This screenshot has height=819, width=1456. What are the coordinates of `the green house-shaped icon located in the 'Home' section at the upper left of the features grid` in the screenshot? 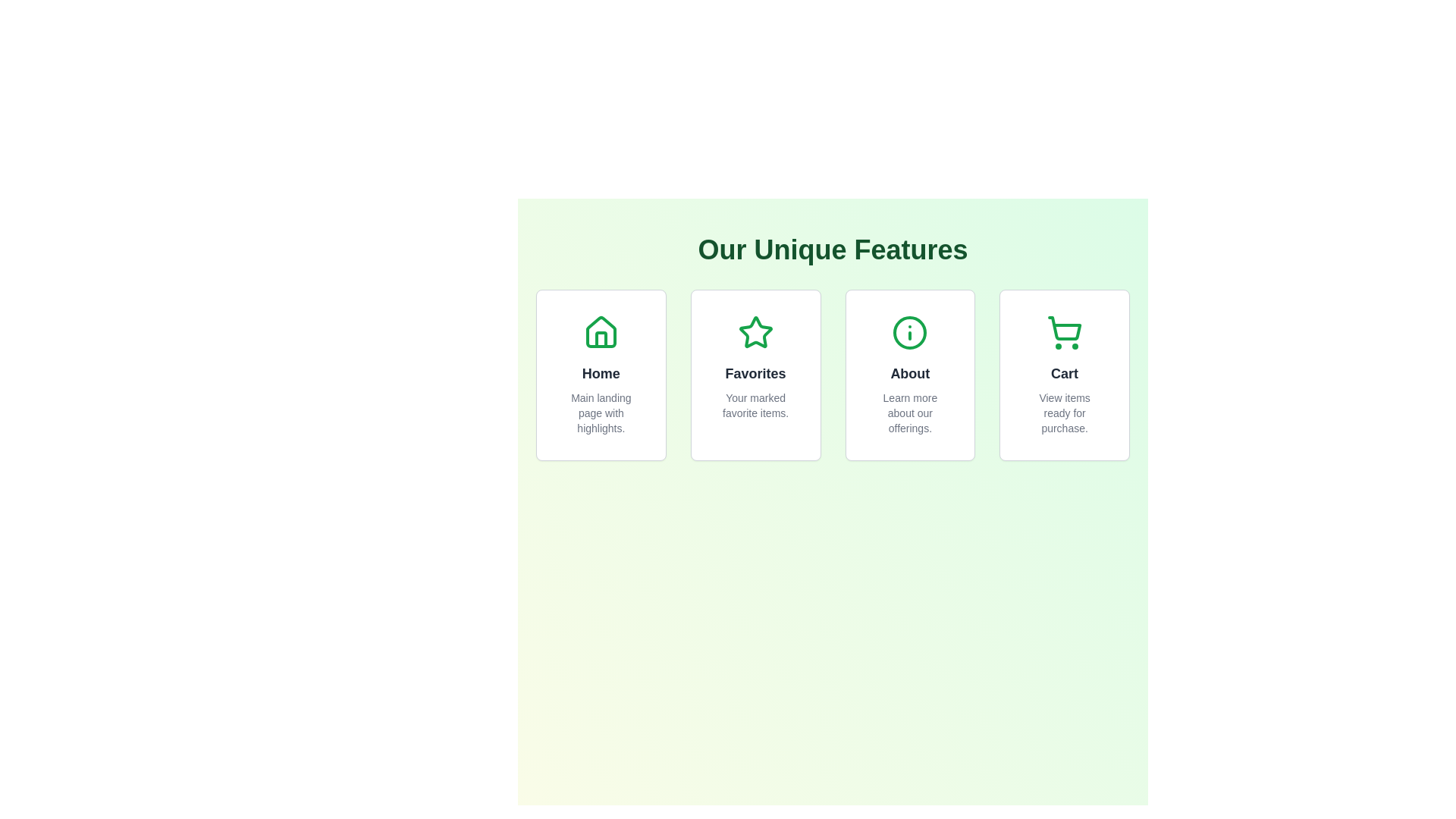 It's located at (600, 331).